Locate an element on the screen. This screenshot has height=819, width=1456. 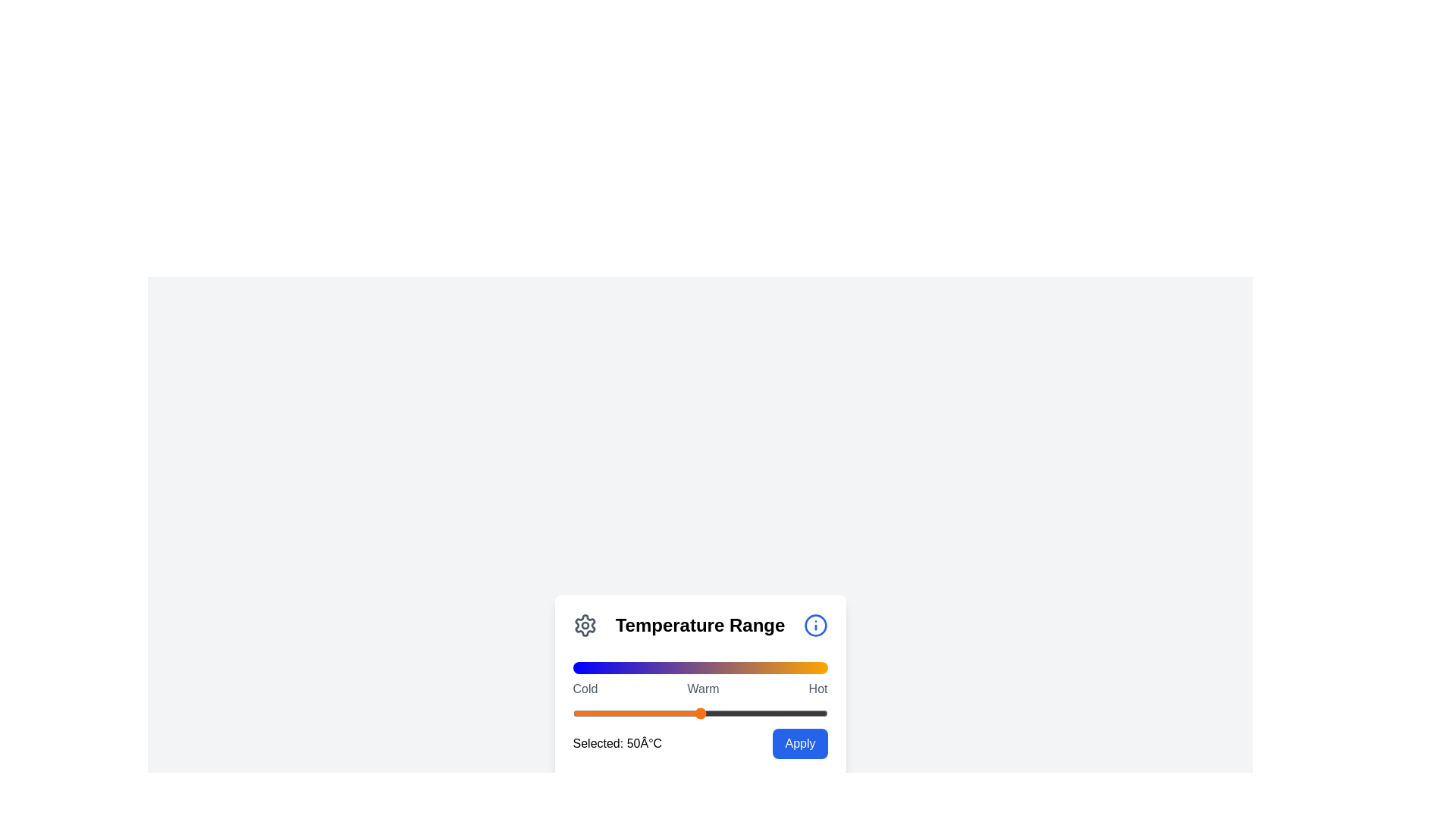
the slider to set the temperature value to 47 is located at coordinates (692, 714).